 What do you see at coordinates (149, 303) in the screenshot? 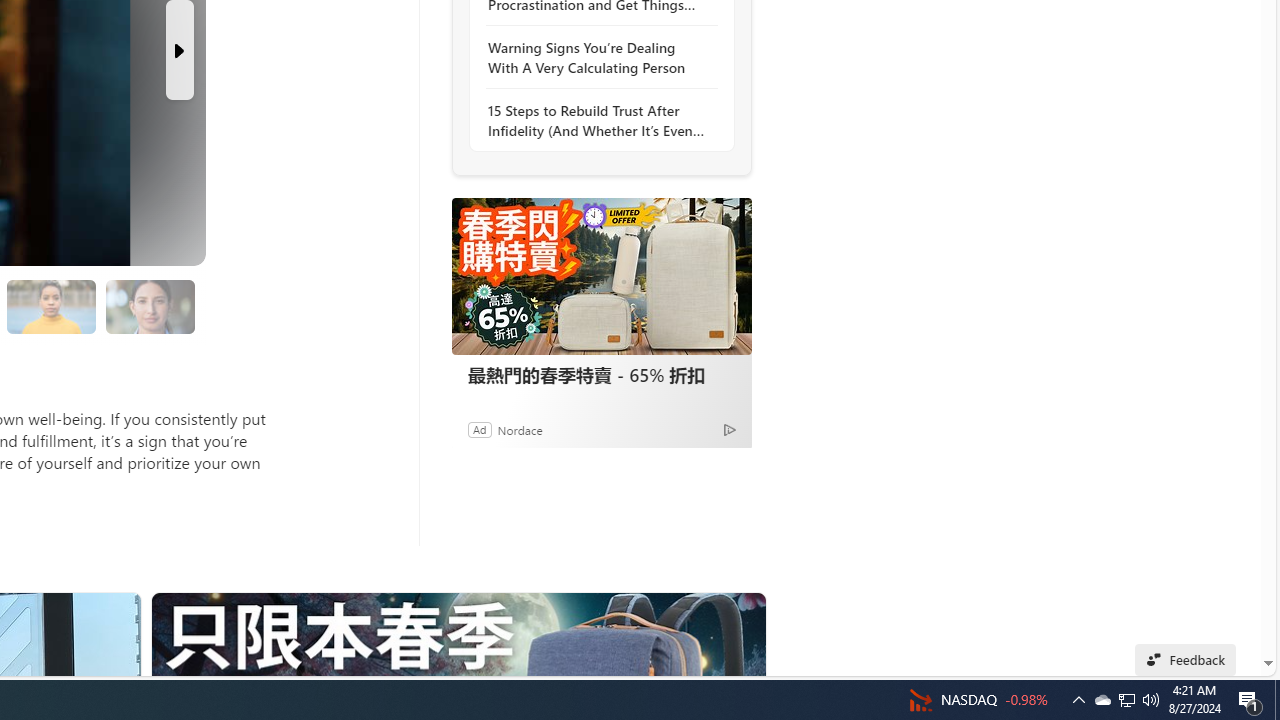
I see `'Class: progress'` at bounding box center [149, 303].